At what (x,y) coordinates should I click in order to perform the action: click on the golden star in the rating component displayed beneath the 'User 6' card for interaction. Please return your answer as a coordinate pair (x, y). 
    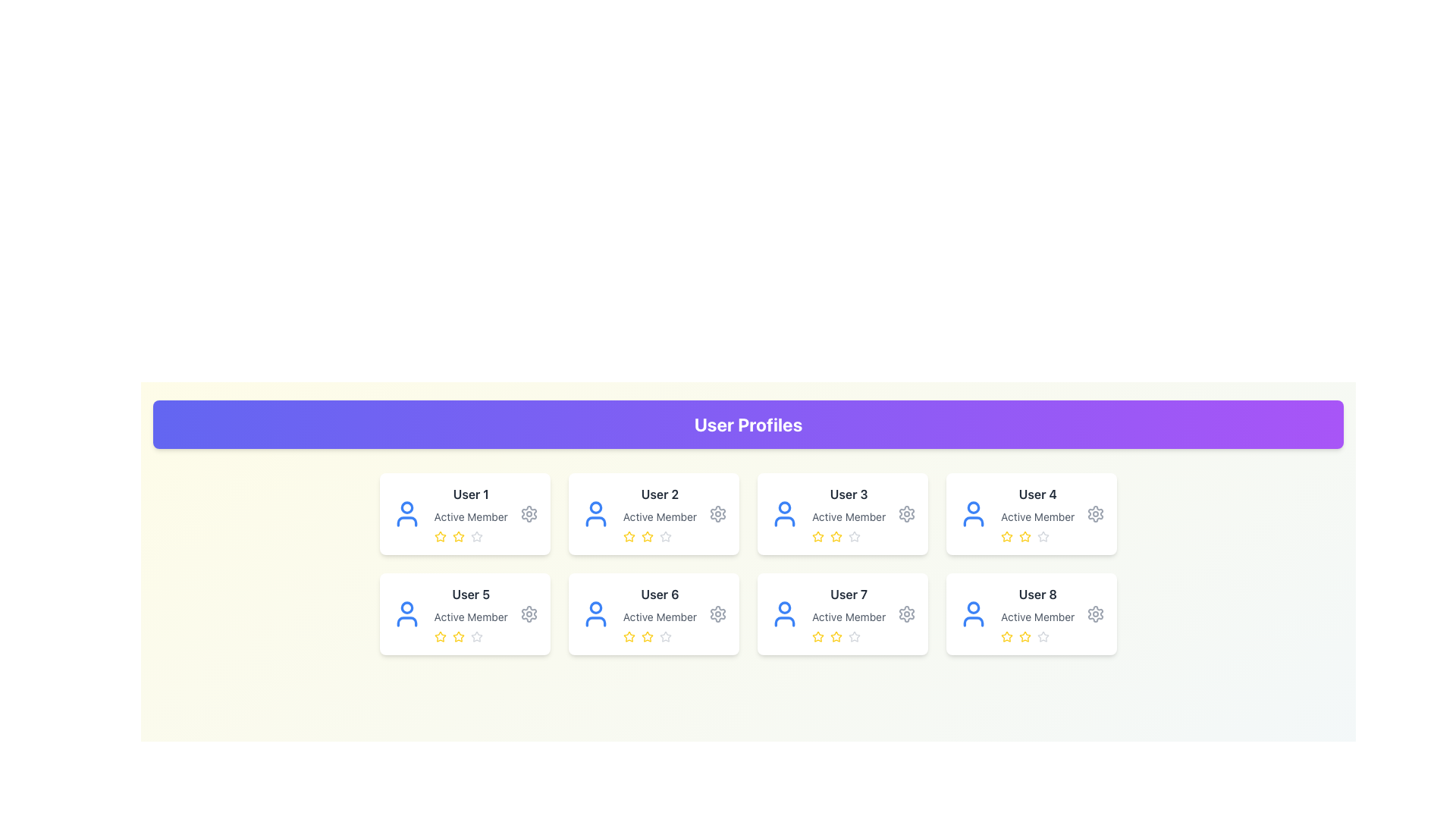
    Looking at the image, I should click on (660, 637).